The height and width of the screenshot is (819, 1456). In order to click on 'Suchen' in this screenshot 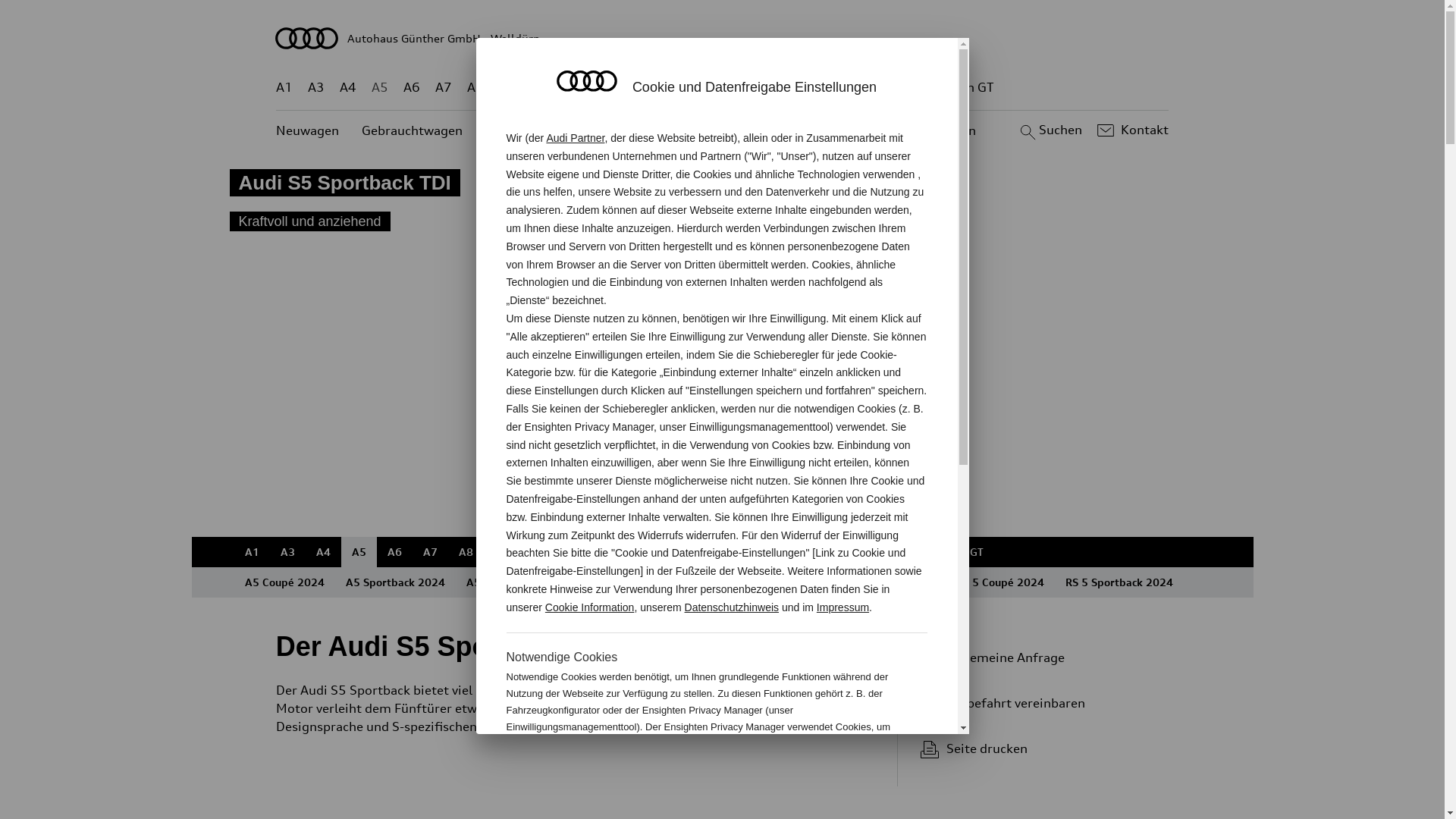, I will do `click(1048, 130)`.